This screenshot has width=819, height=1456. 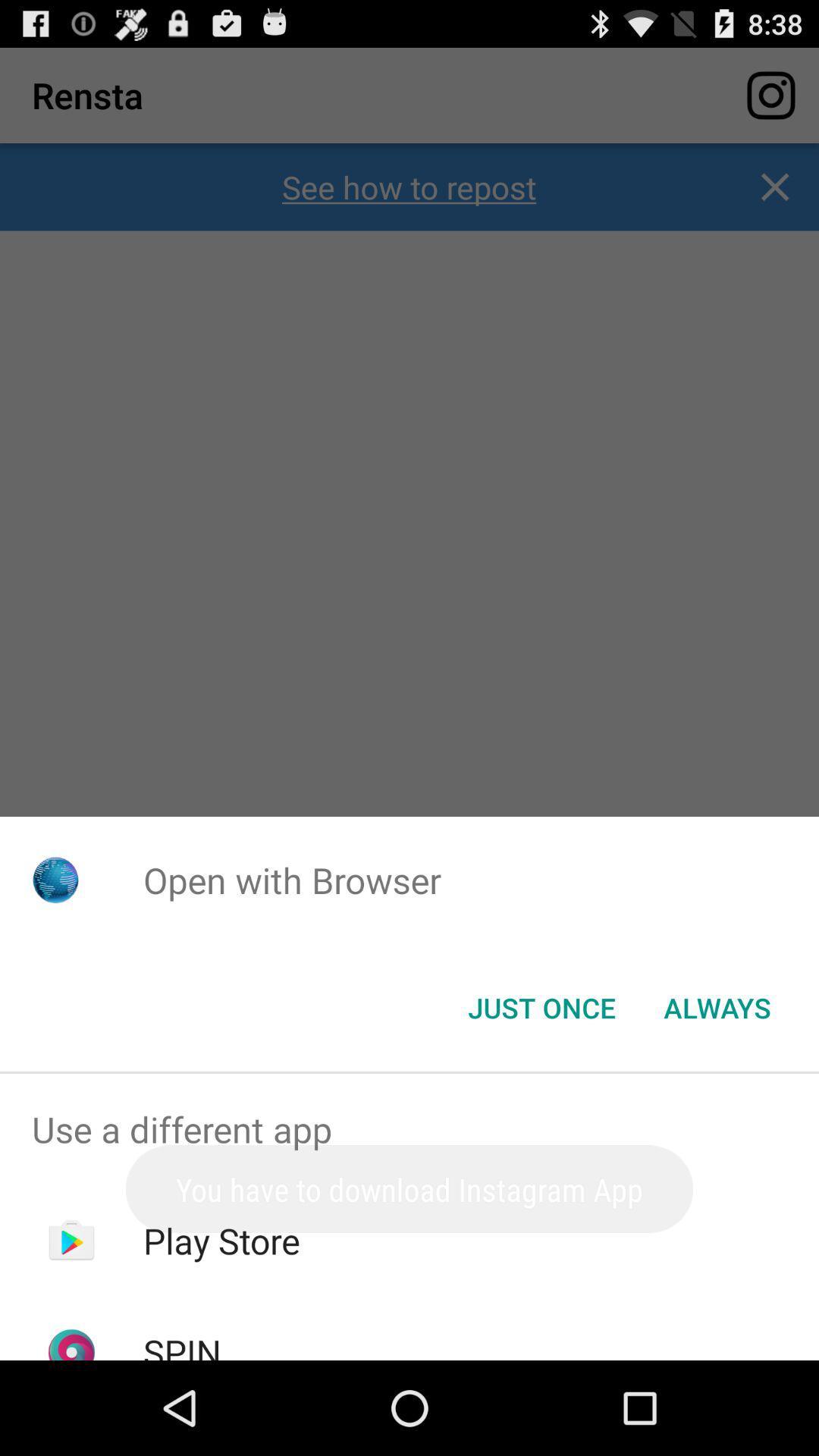 I want to click on the icon above the play store app, so click(x=409, y=1129).